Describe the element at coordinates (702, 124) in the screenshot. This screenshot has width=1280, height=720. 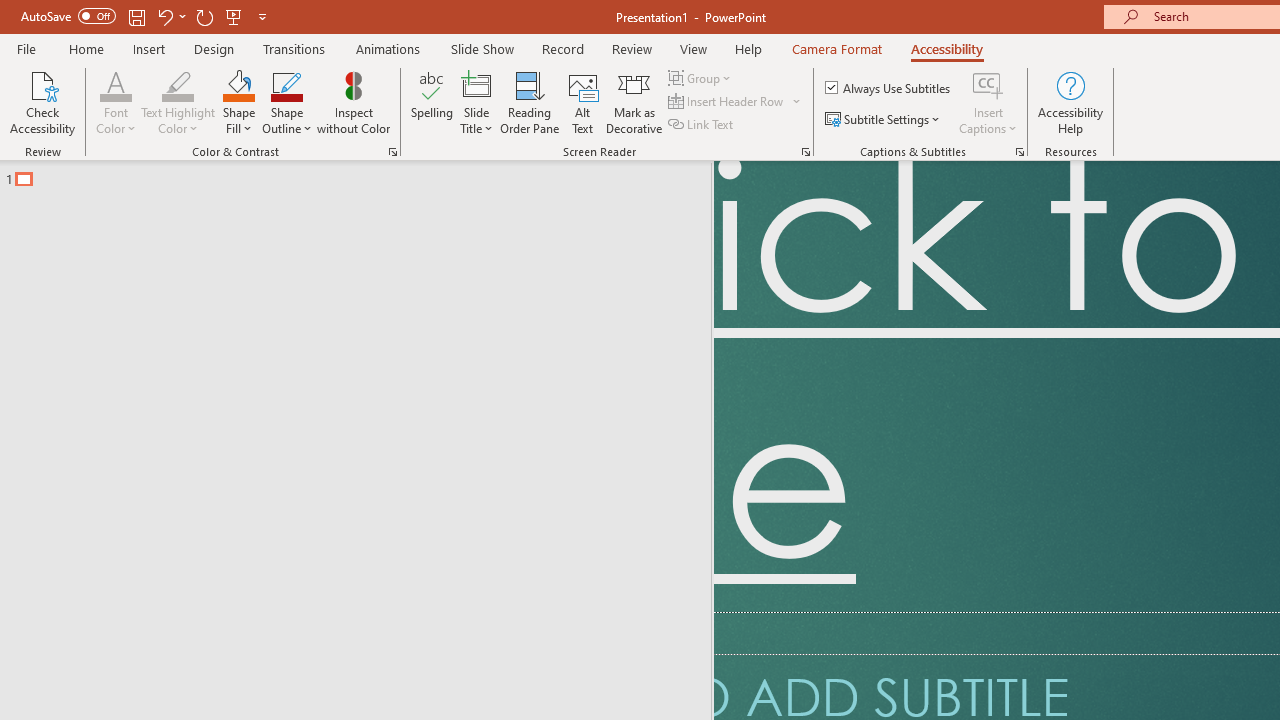
I see `'Link Text'` at that location.